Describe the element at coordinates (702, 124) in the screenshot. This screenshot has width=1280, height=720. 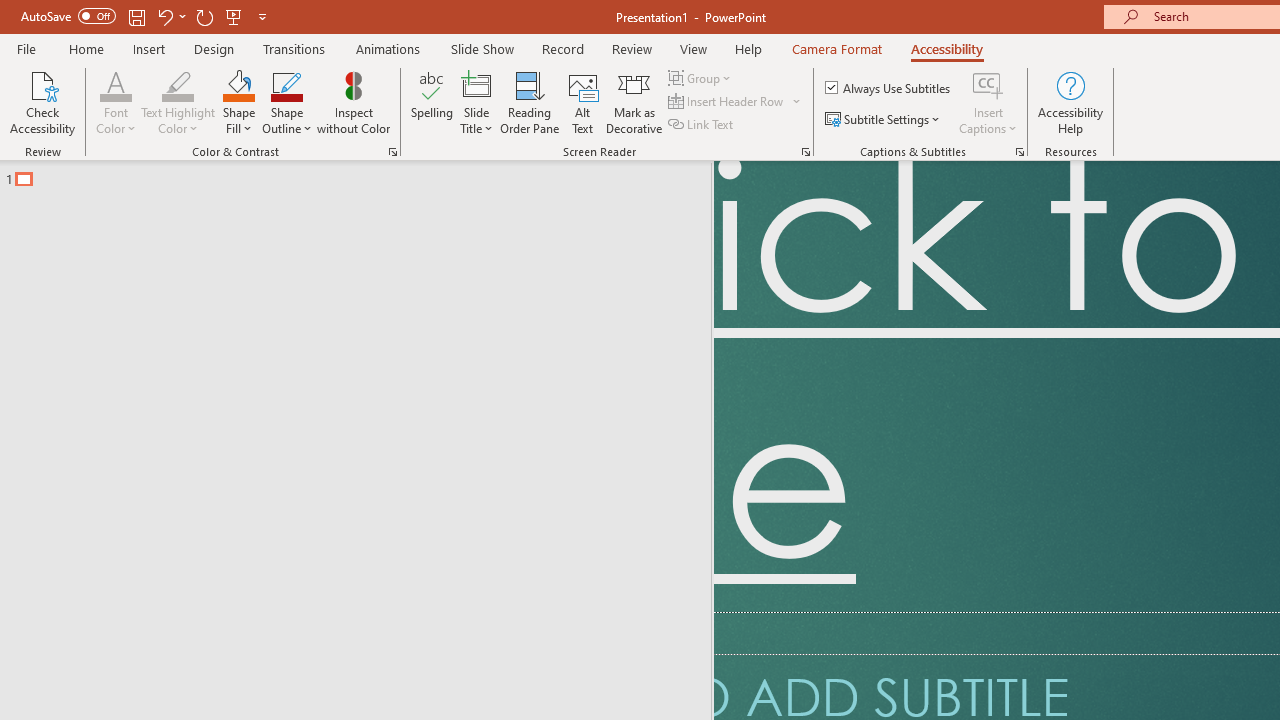
I see `'Link Text'` at that location.